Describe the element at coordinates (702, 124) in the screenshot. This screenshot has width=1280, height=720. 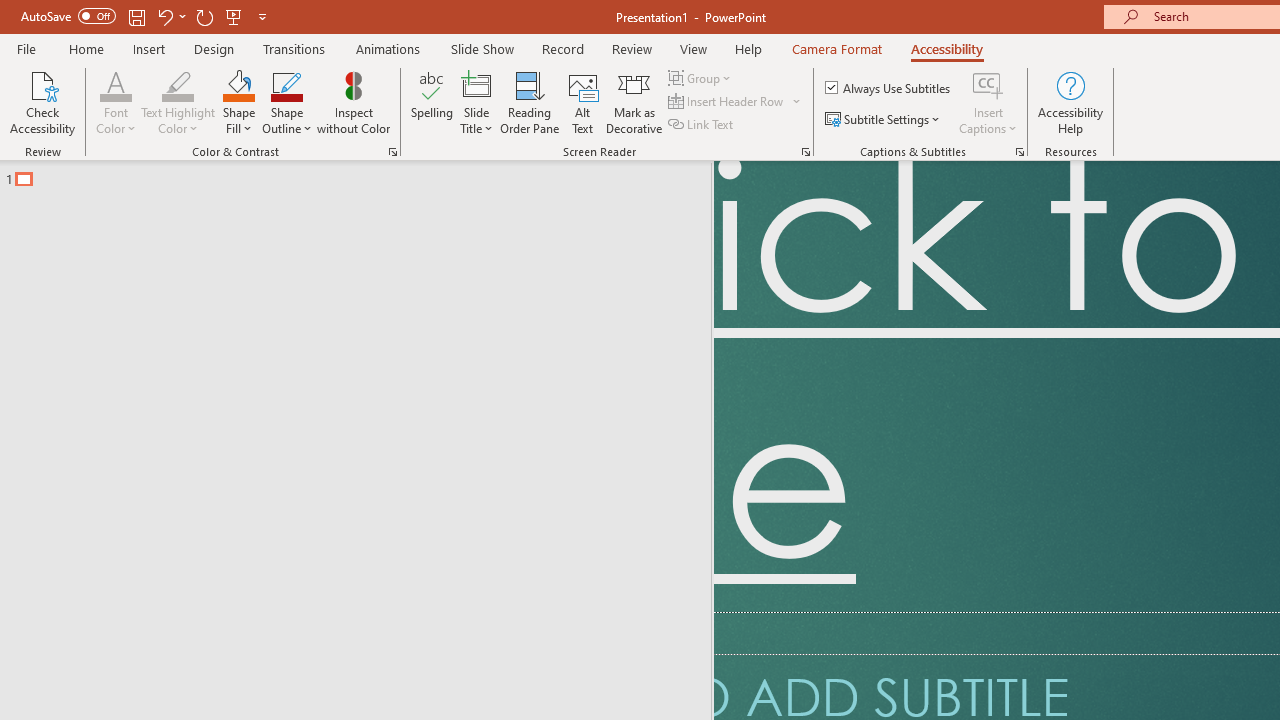
I see `'Link Text'` at that location.